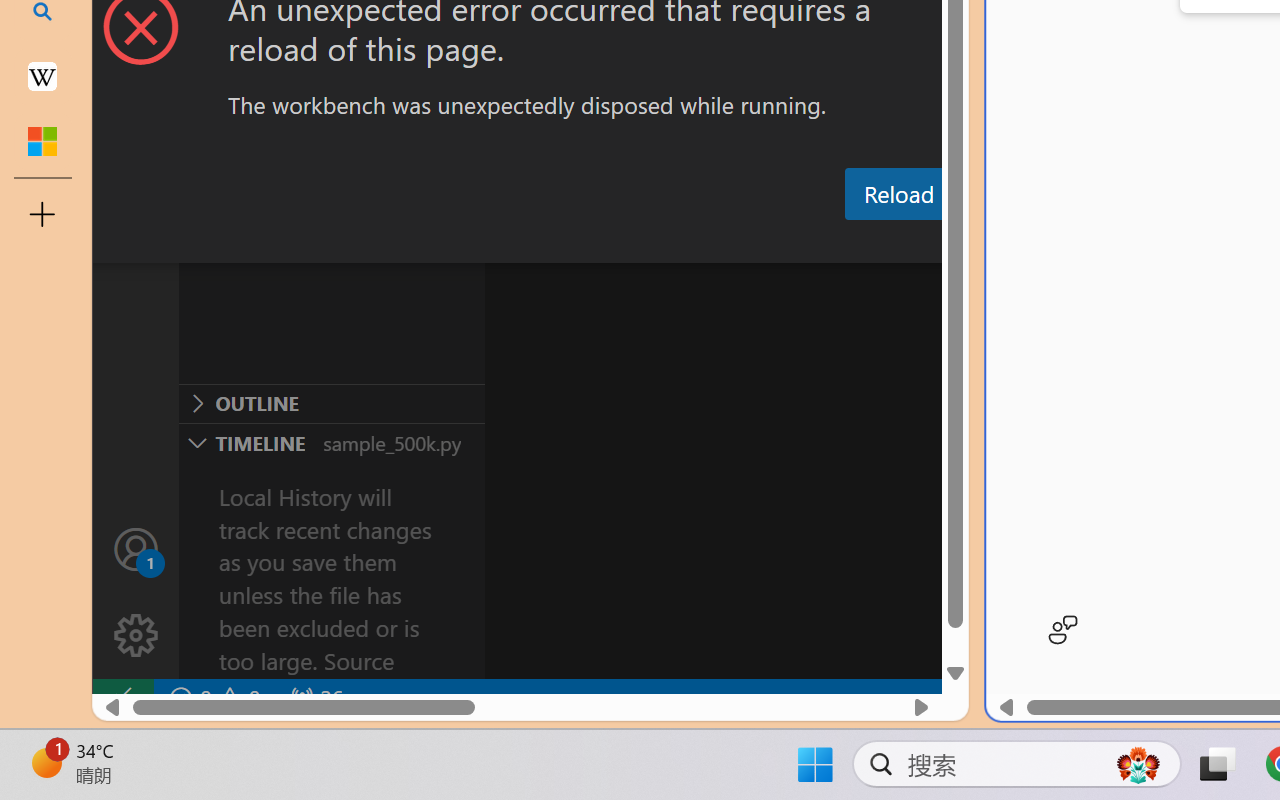 The width and height of the screenshot is (1280, 800). What do you see at coordinates (134, 548) in the screenshot?
I see `'Accounts - Sign in requested'` at bounding box center [134, 548].